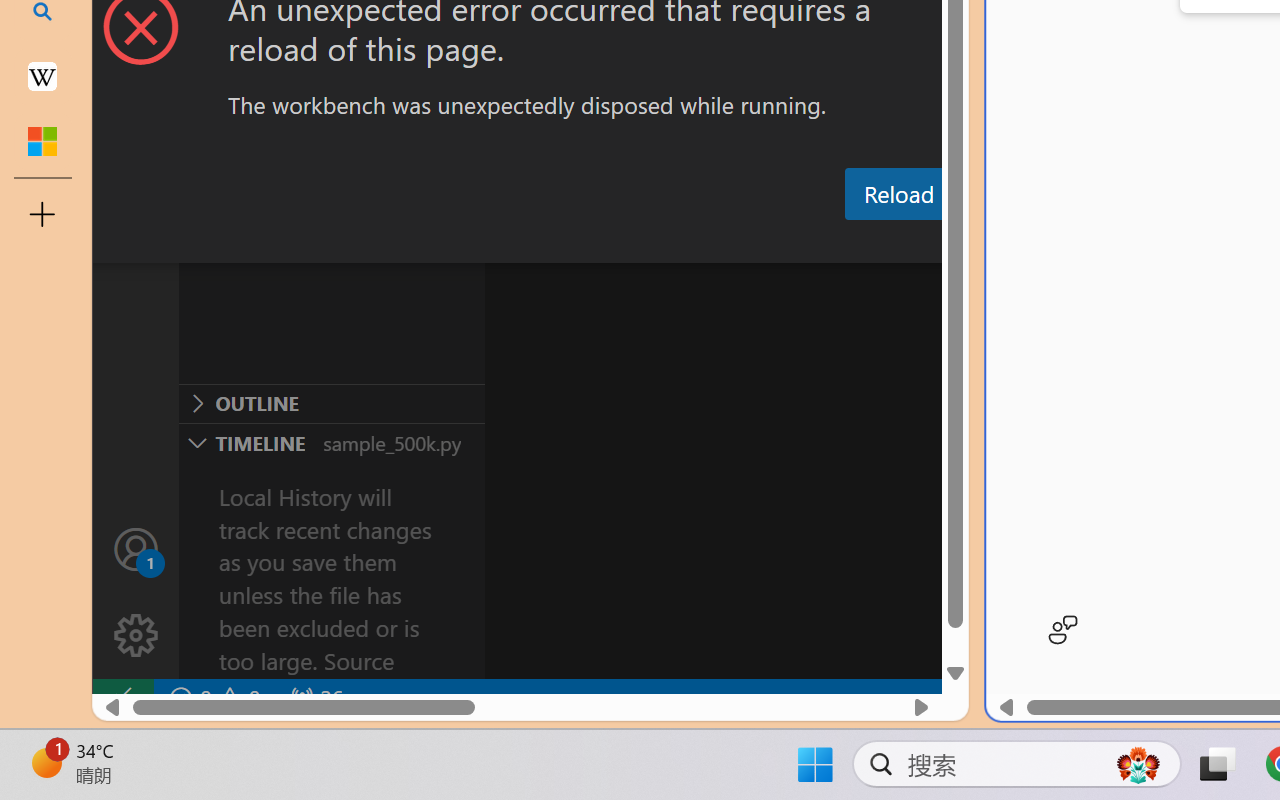 The width and height of the screenshot is (1280, 800). What do you see at coordinates (134, 548) in the screenshot?
I see `'Accounts - Sign in requested'` at bounding box center [134, 548].